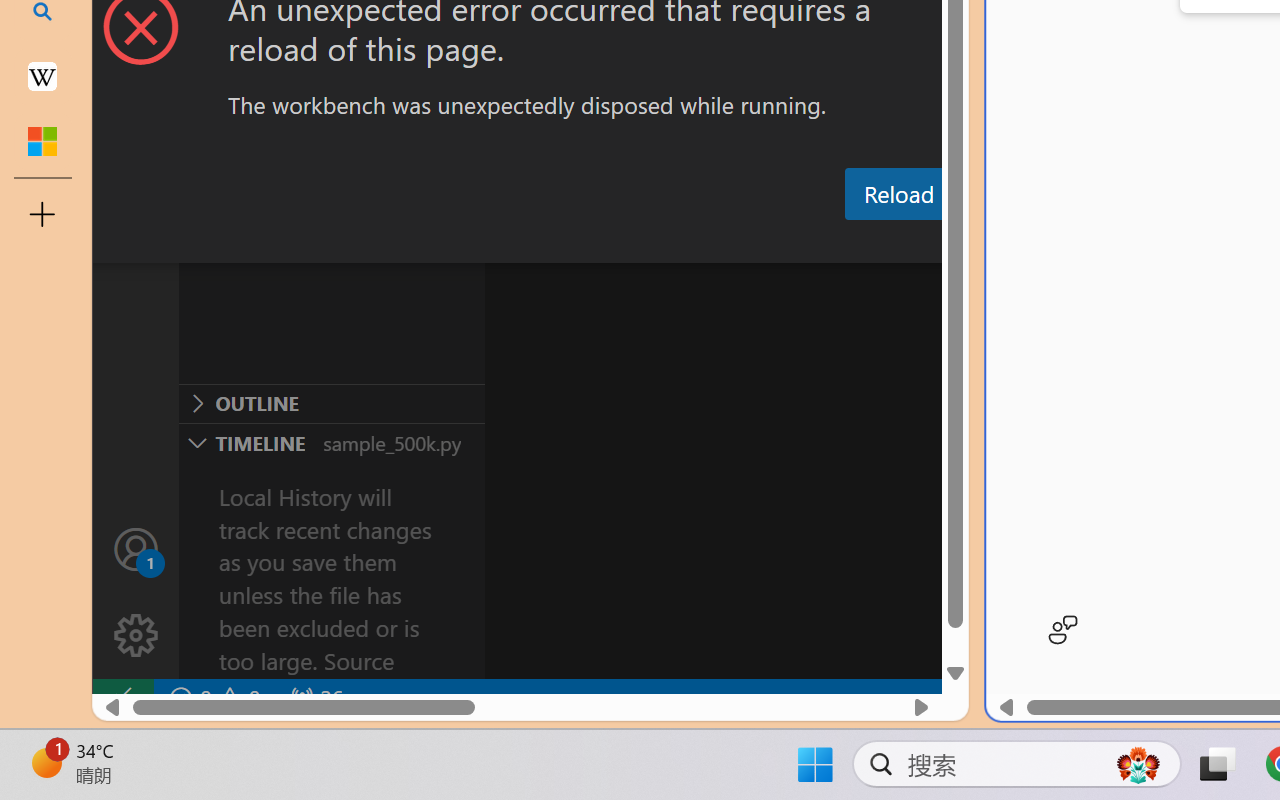 The width and height of the screenshot is (1280, 800). What do you see at coordinates (134, 548) in the screenshot?
I see `'Accounts - Sign in requested'` at bounding box center [134, 548].